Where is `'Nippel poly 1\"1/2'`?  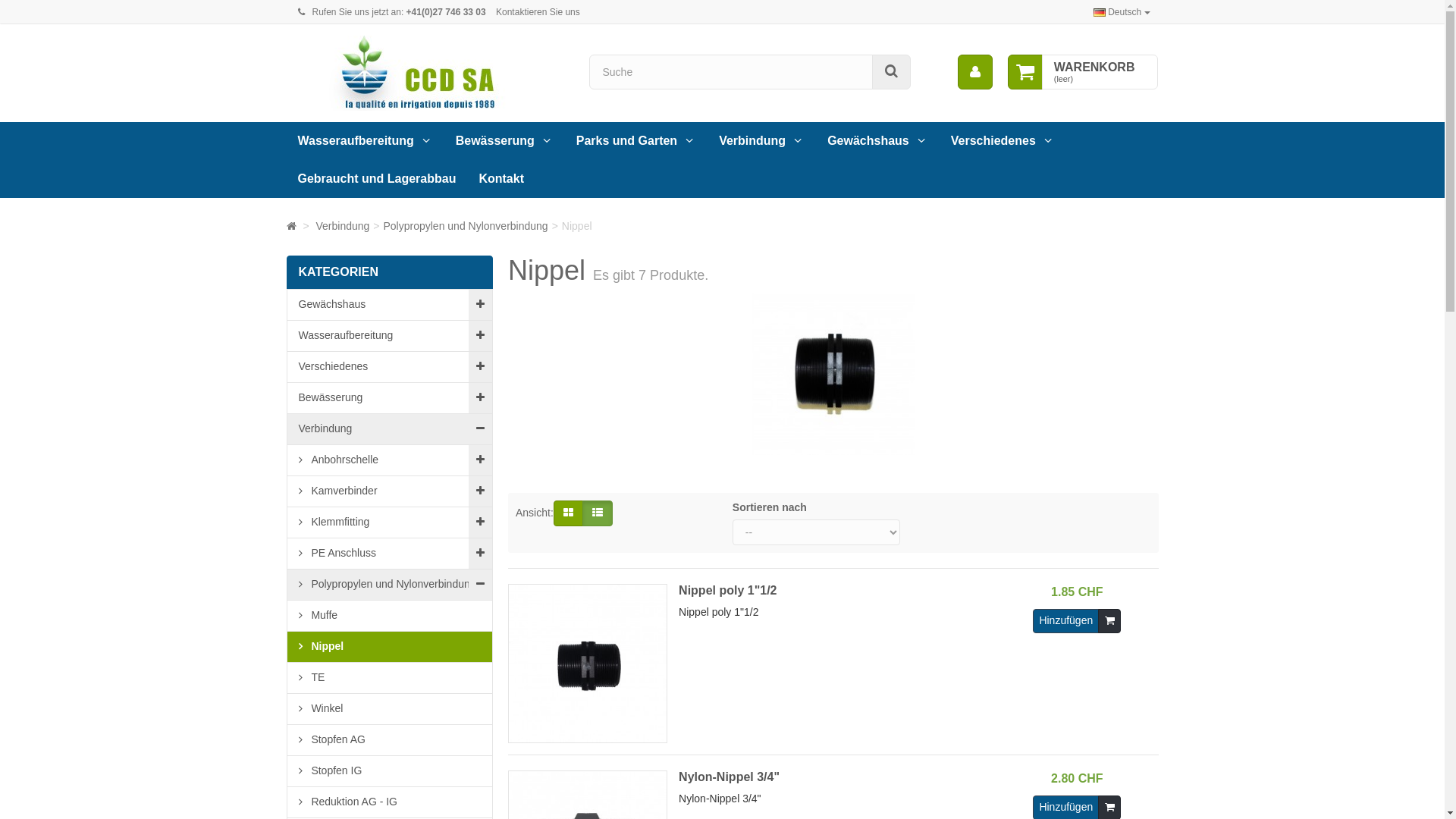 'Nippel poly 1\"1/2' is located at coordinates (586, 663).